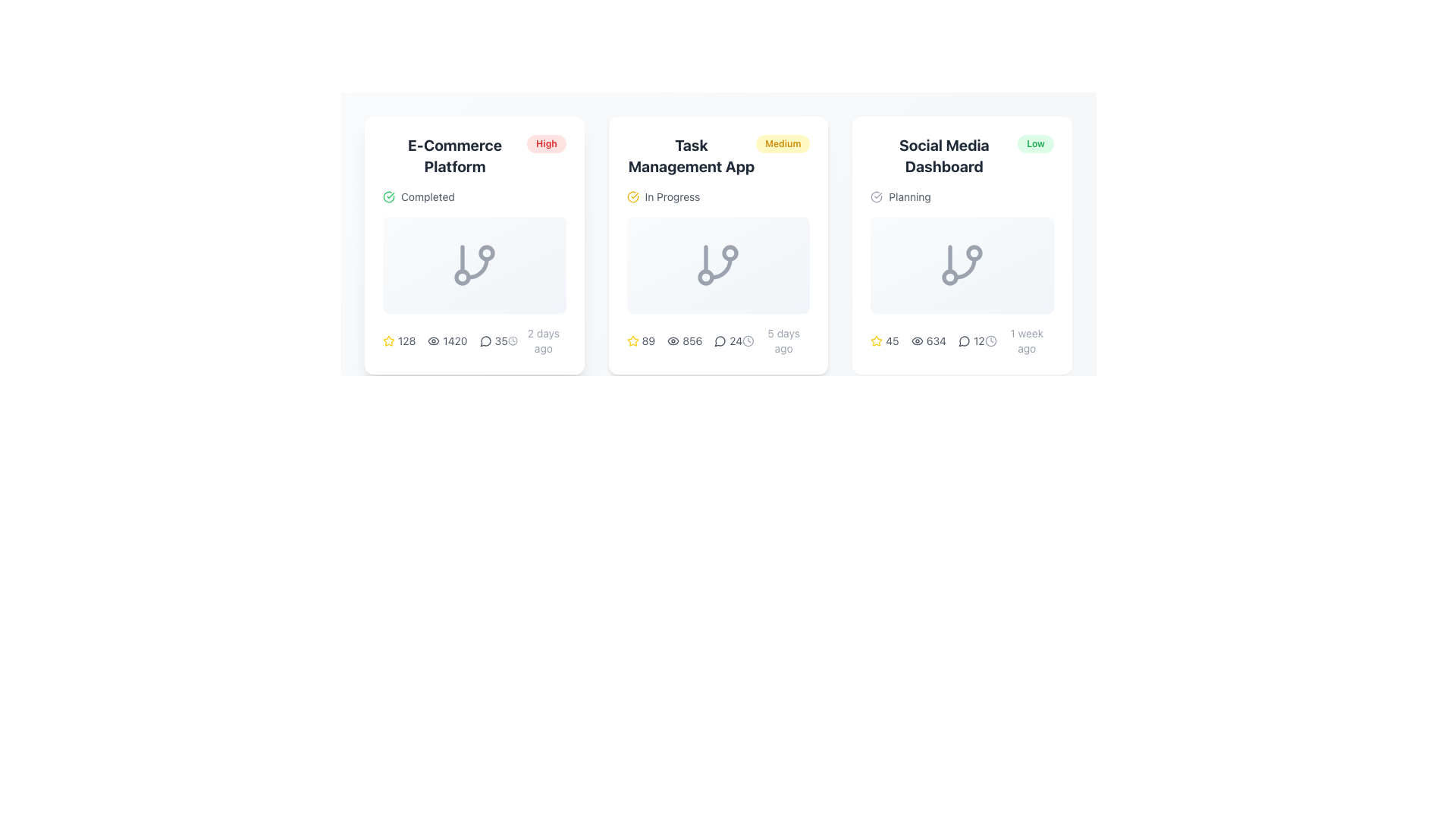  What do you see at coordinates (684, 341) in the screenshot?
I see `the view indicator displaying the number of views associated with the content in the bottom segment of the second card in the Task Management App` at bounding box center [684, 341].